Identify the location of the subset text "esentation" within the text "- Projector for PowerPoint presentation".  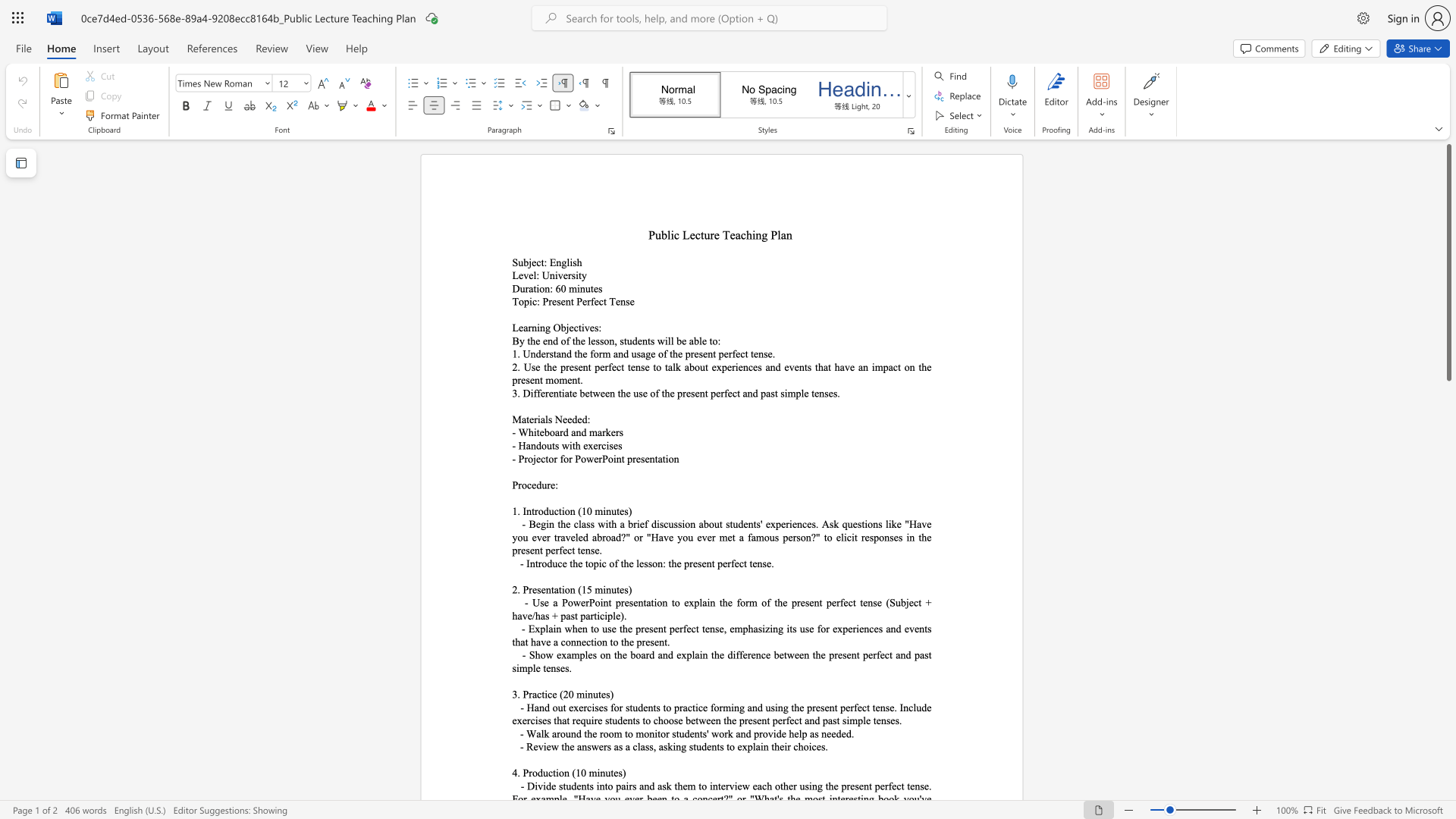
(635, 458).